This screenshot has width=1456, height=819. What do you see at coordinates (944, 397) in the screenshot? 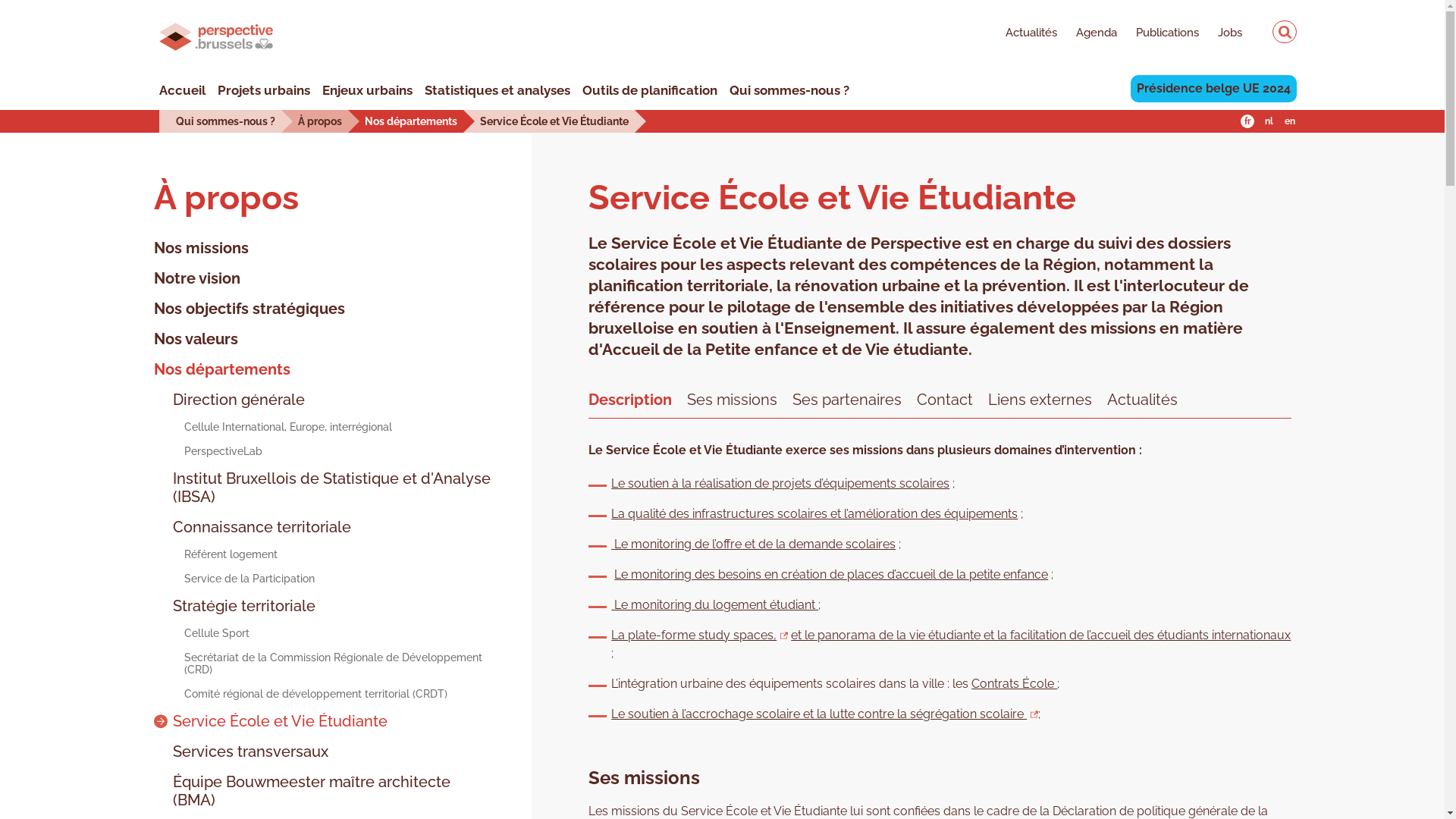
I see `'Contact'` at bounding box center [944, 397].